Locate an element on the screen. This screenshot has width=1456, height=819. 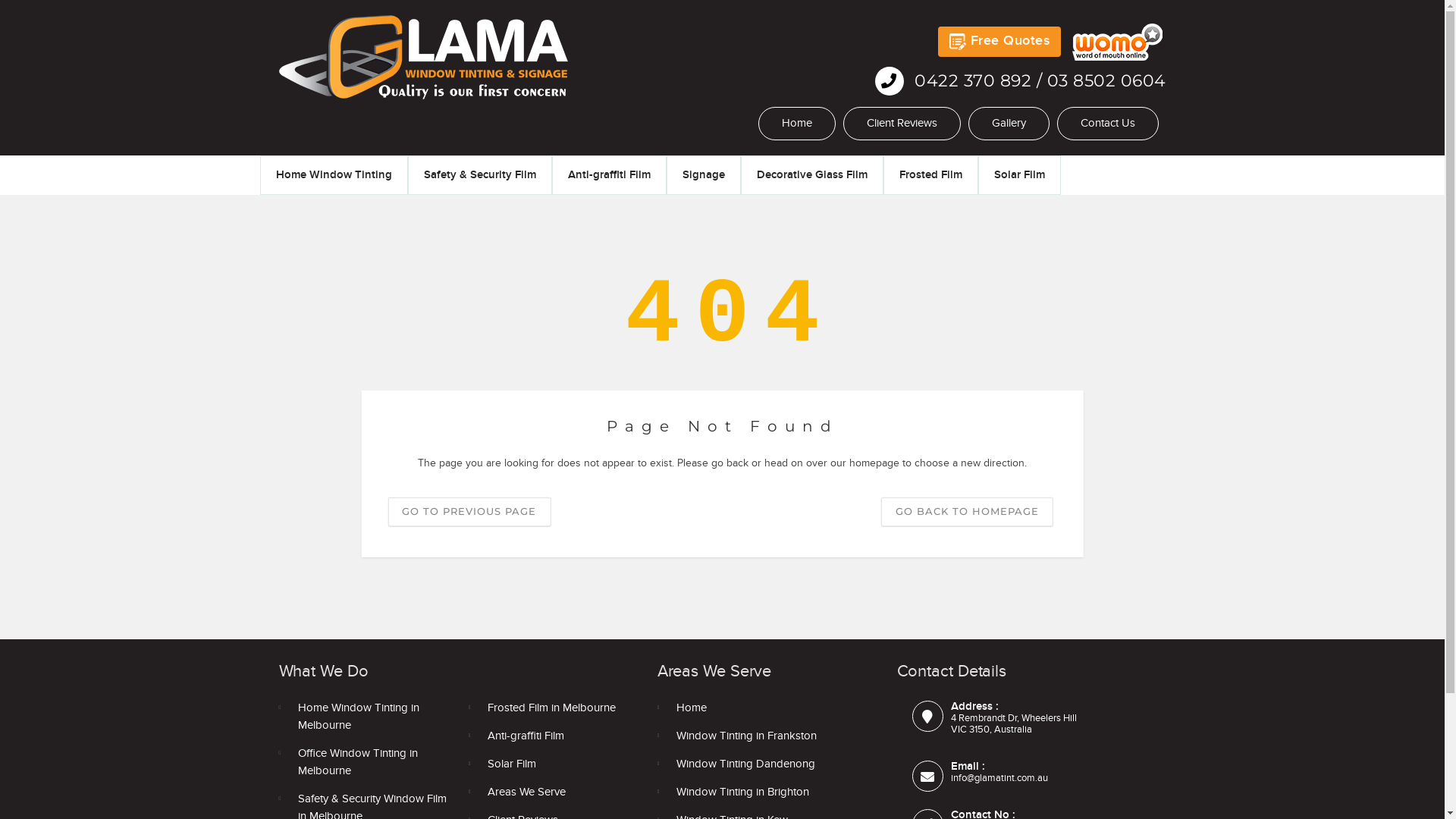
'Gallery' is located at coordinates (1008, 122).